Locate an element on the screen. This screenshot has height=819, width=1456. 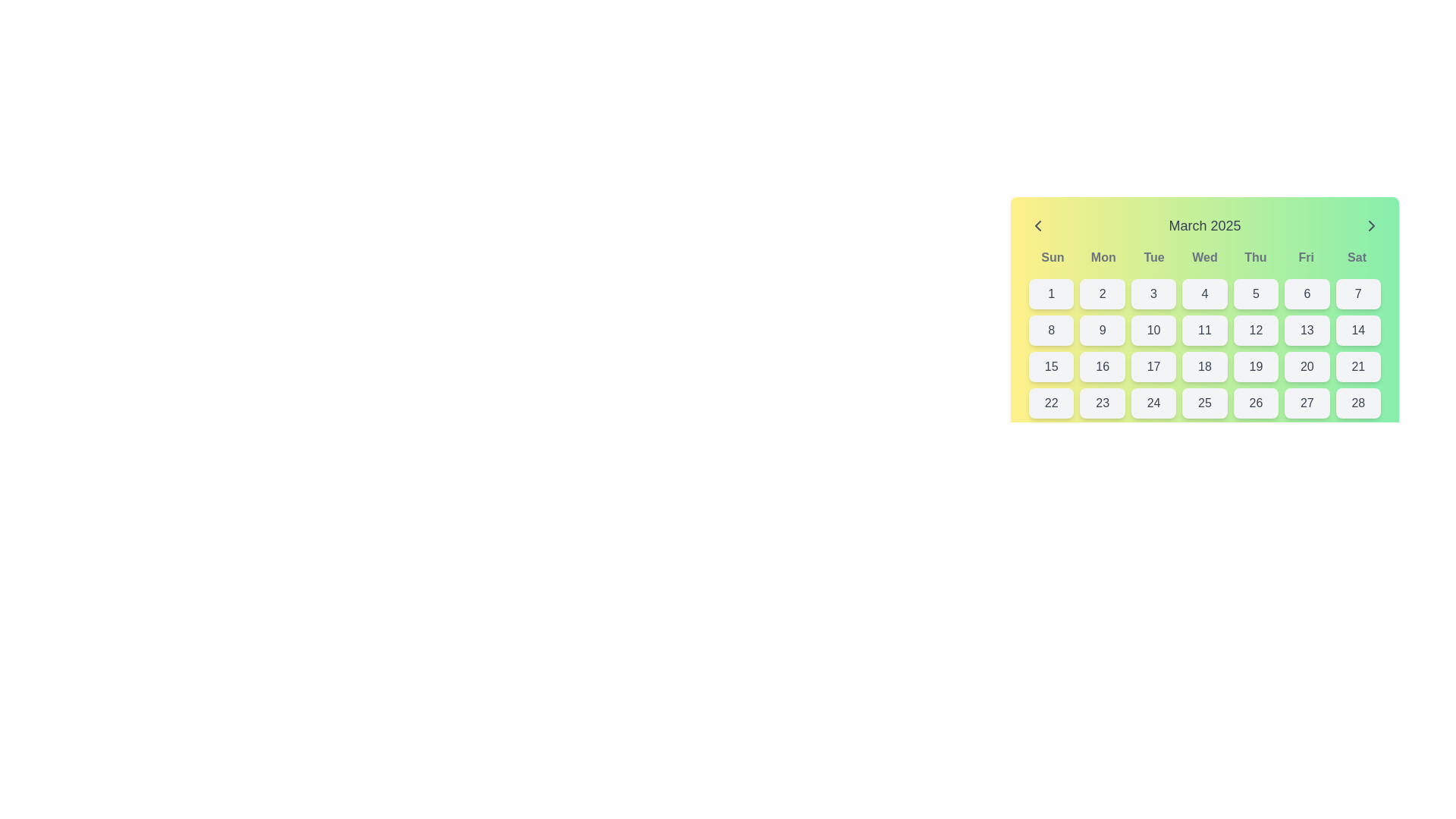
the rounded rectangular button labeled '11' in the second row and fourth column of the calendar layout to trigger hover effects is located at coordinates (1203, 329).